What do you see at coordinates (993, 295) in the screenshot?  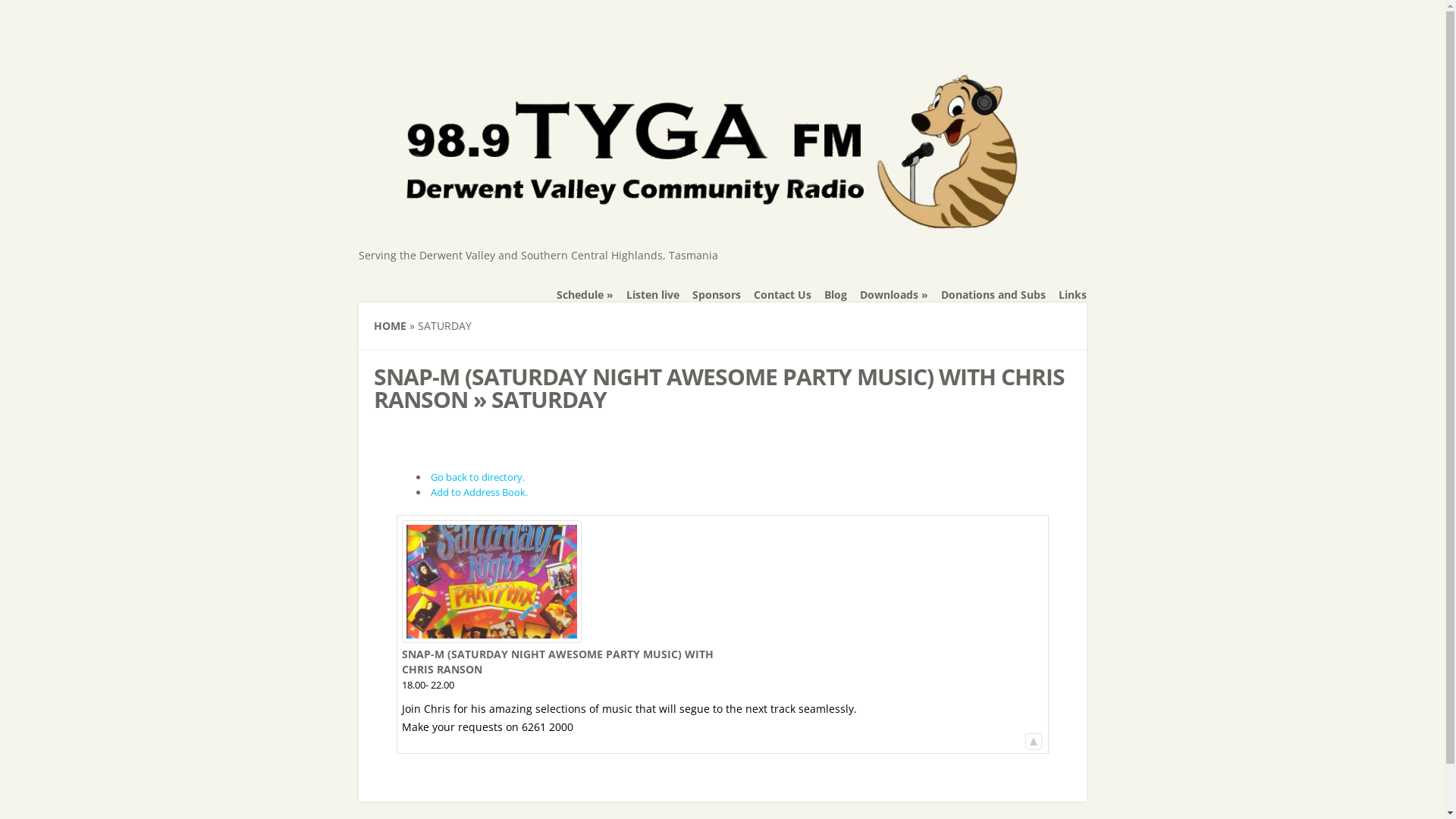 I see `'Donations and Subs'` at bounding box center [993, 295].